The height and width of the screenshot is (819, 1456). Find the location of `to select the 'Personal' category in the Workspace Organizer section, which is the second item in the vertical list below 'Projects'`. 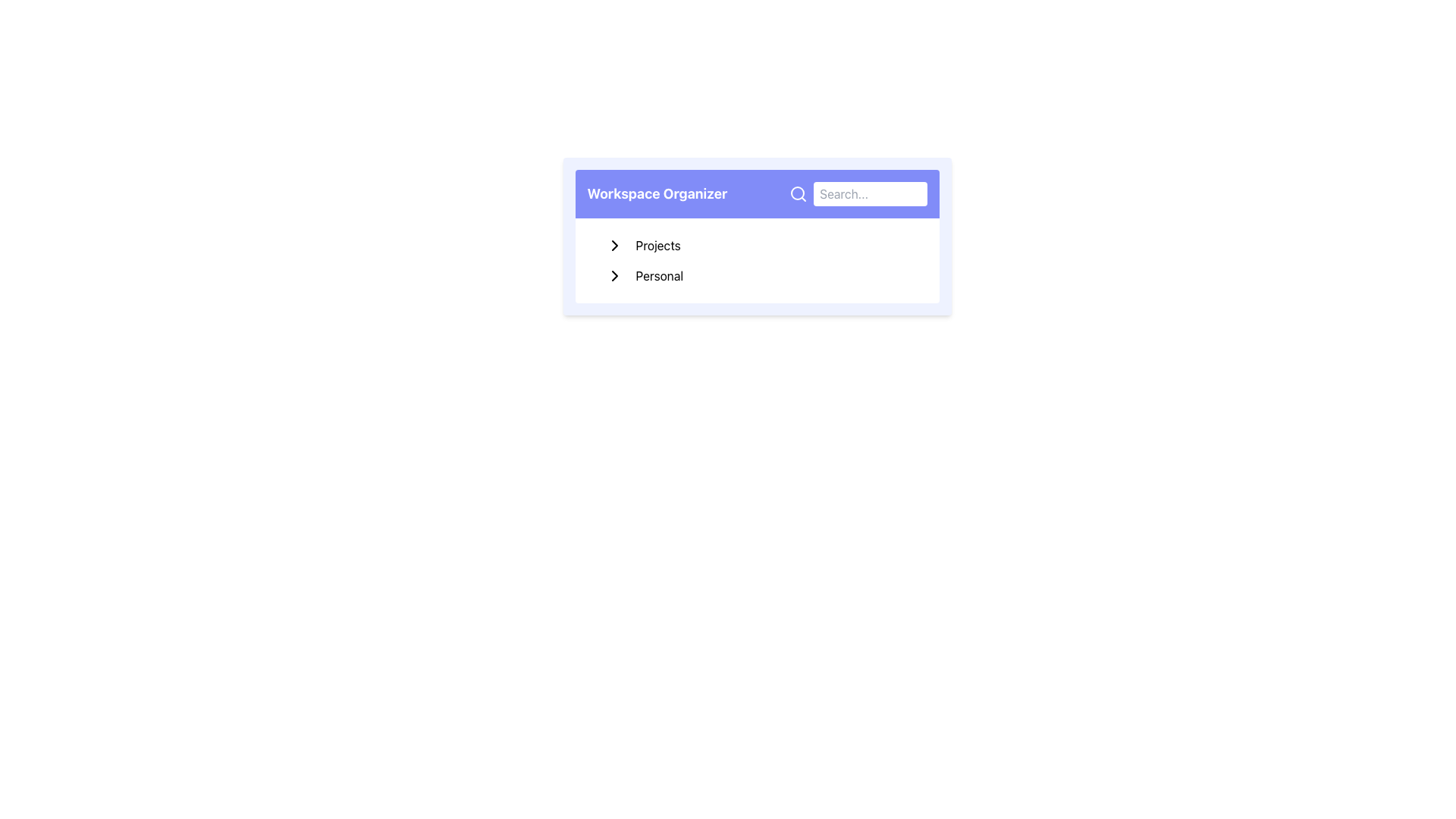

to select the 'Personal' category in the Workspace Organizer section, which is the second item in the vertical list below 'Projects' is located at coordinates (757, 275).